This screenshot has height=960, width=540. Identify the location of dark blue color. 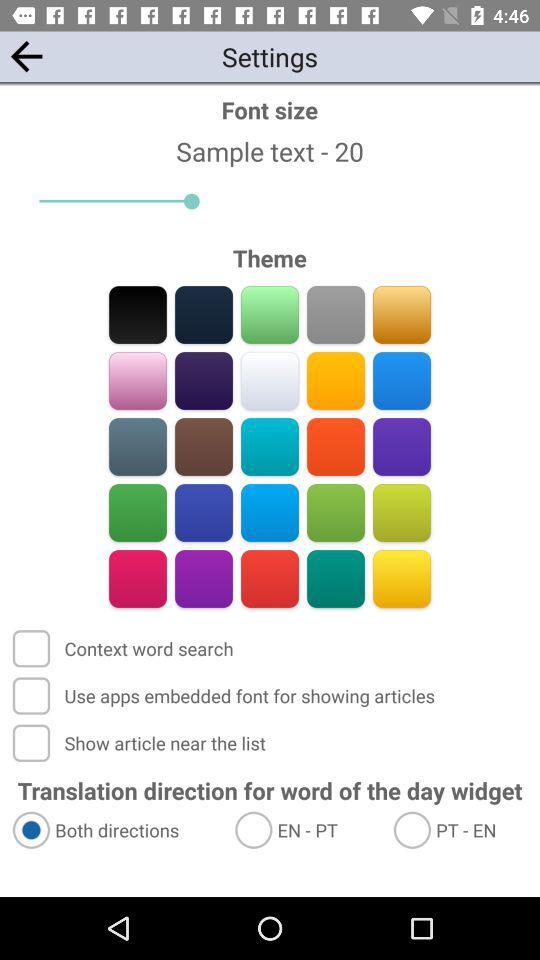
(203, 512).